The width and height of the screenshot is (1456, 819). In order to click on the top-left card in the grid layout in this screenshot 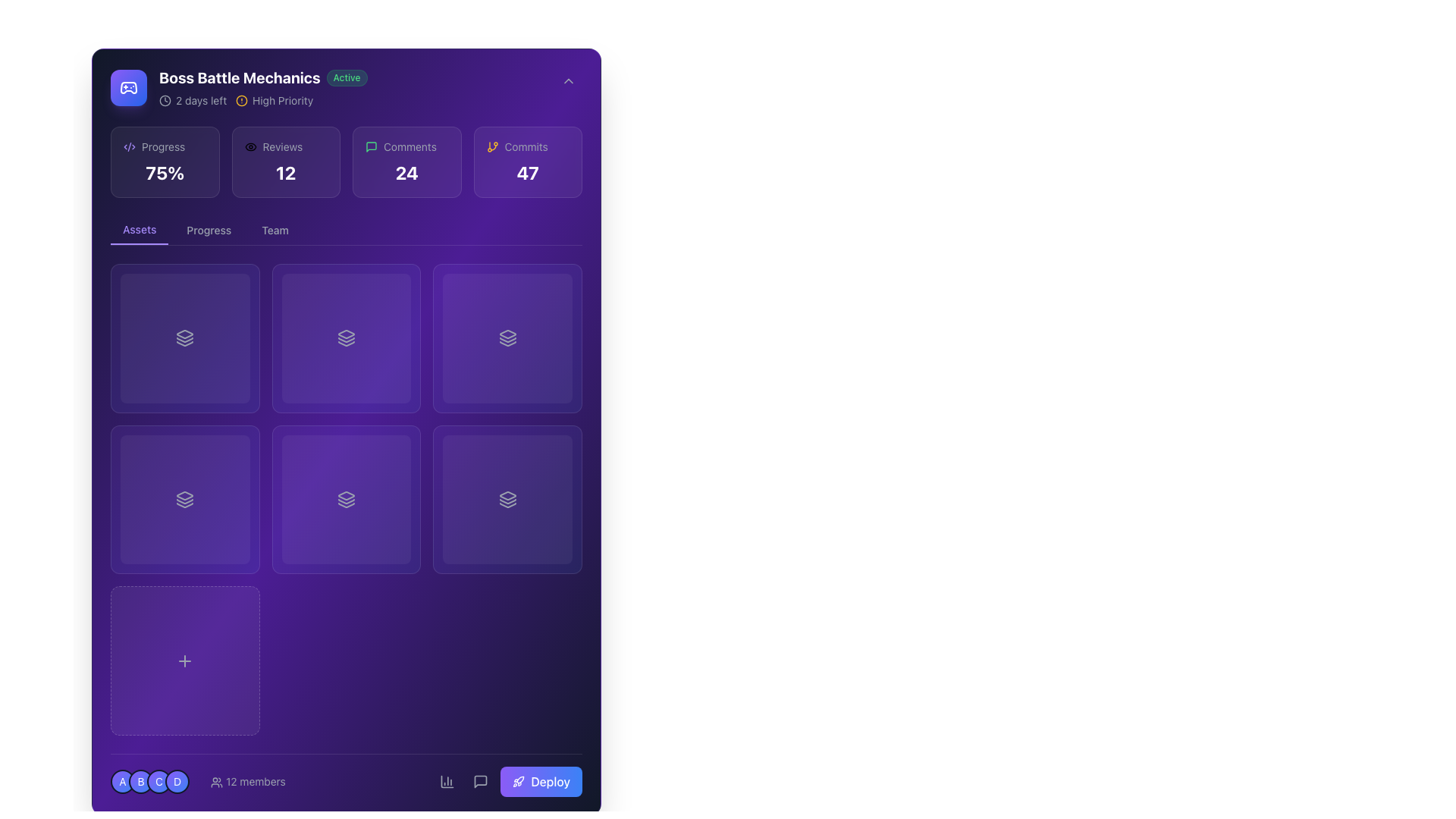, I will do `click(184, 337)`.